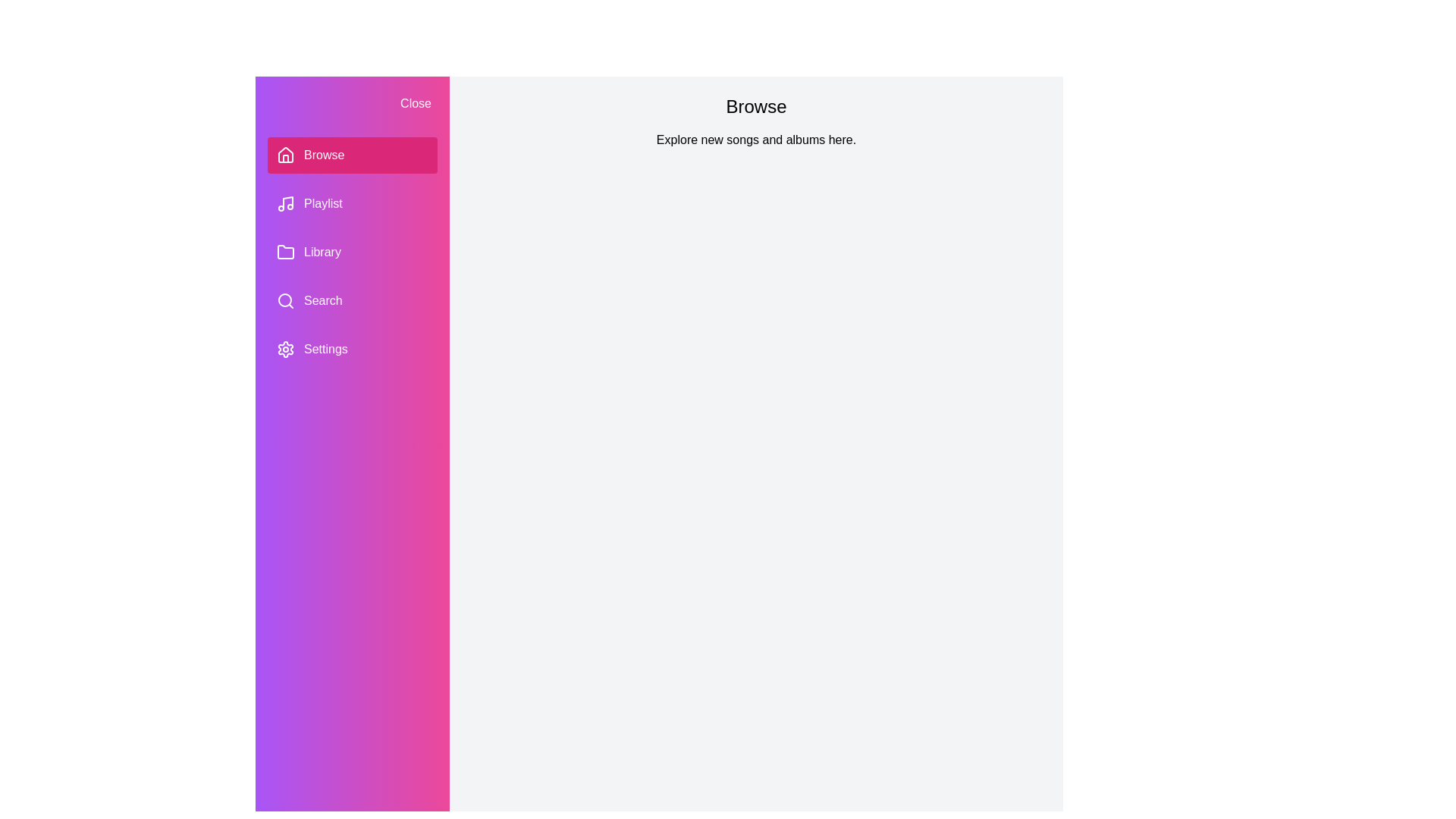  I want to click on the header text to interact with it, so click(756, 106).